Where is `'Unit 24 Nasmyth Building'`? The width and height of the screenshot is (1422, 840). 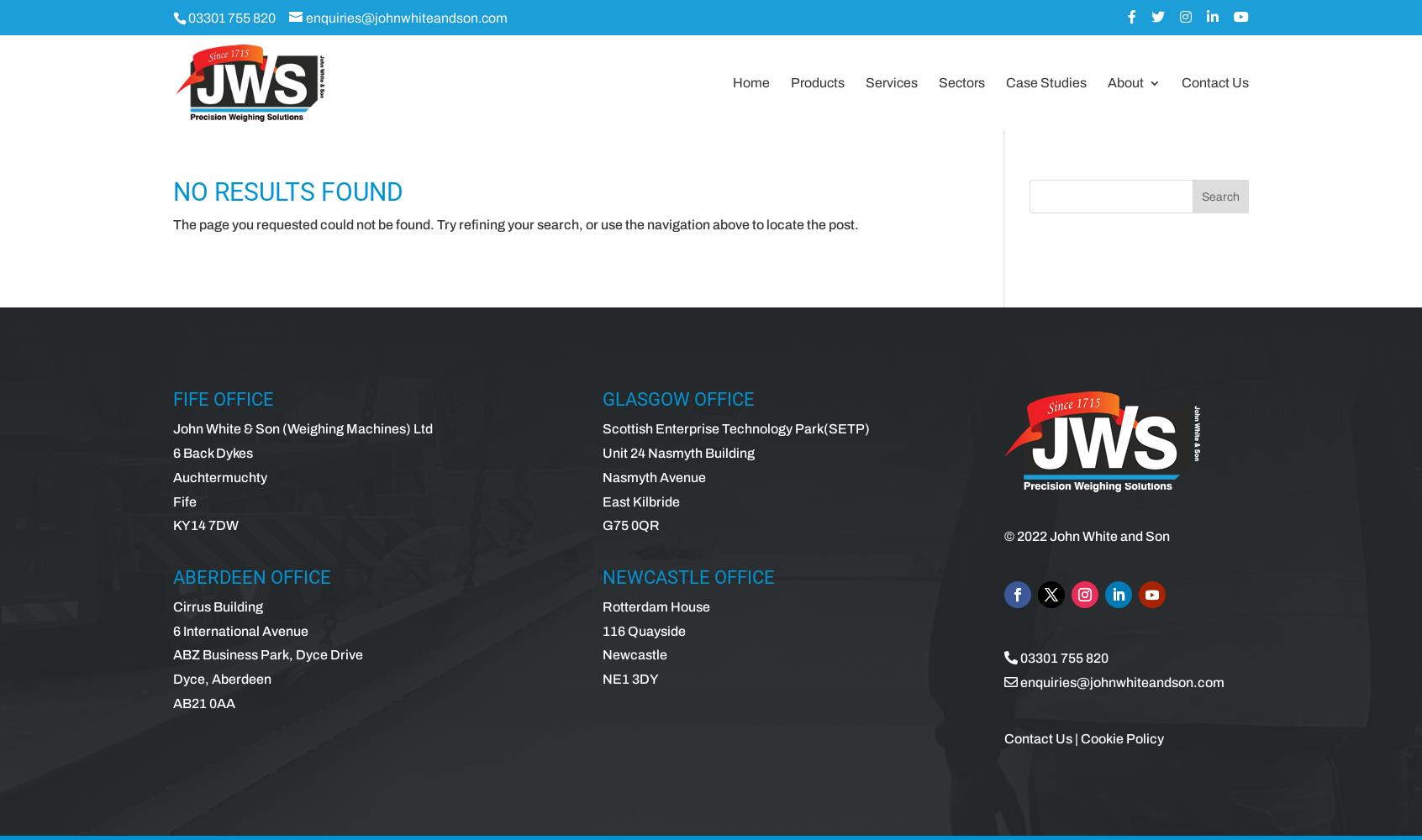
'Unit 24 Nasmyth Building' is located at coordinates (677, 453).